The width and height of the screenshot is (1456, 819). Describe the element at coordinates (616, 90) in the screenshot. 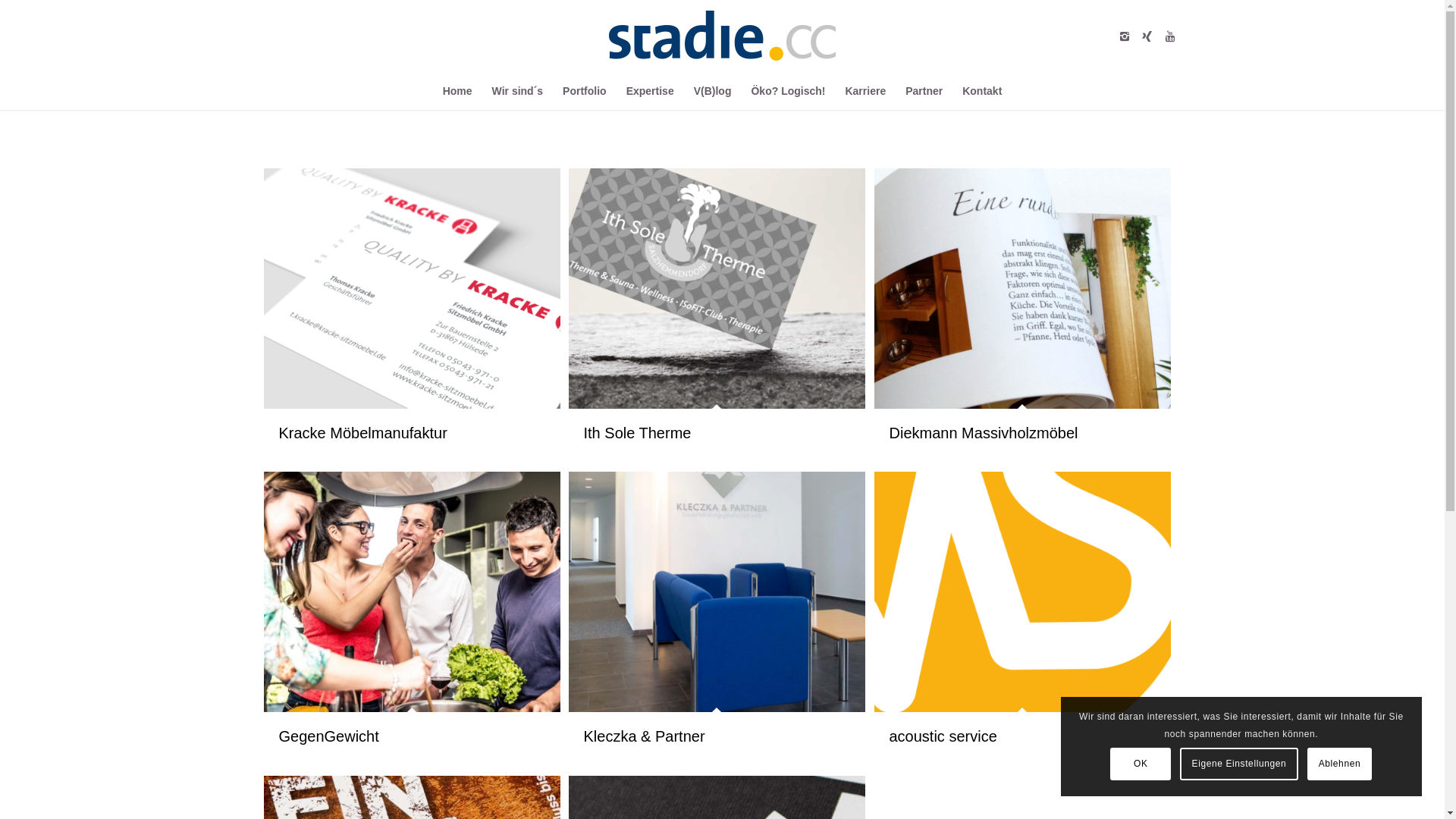

I see `'Expertise'` at that location.